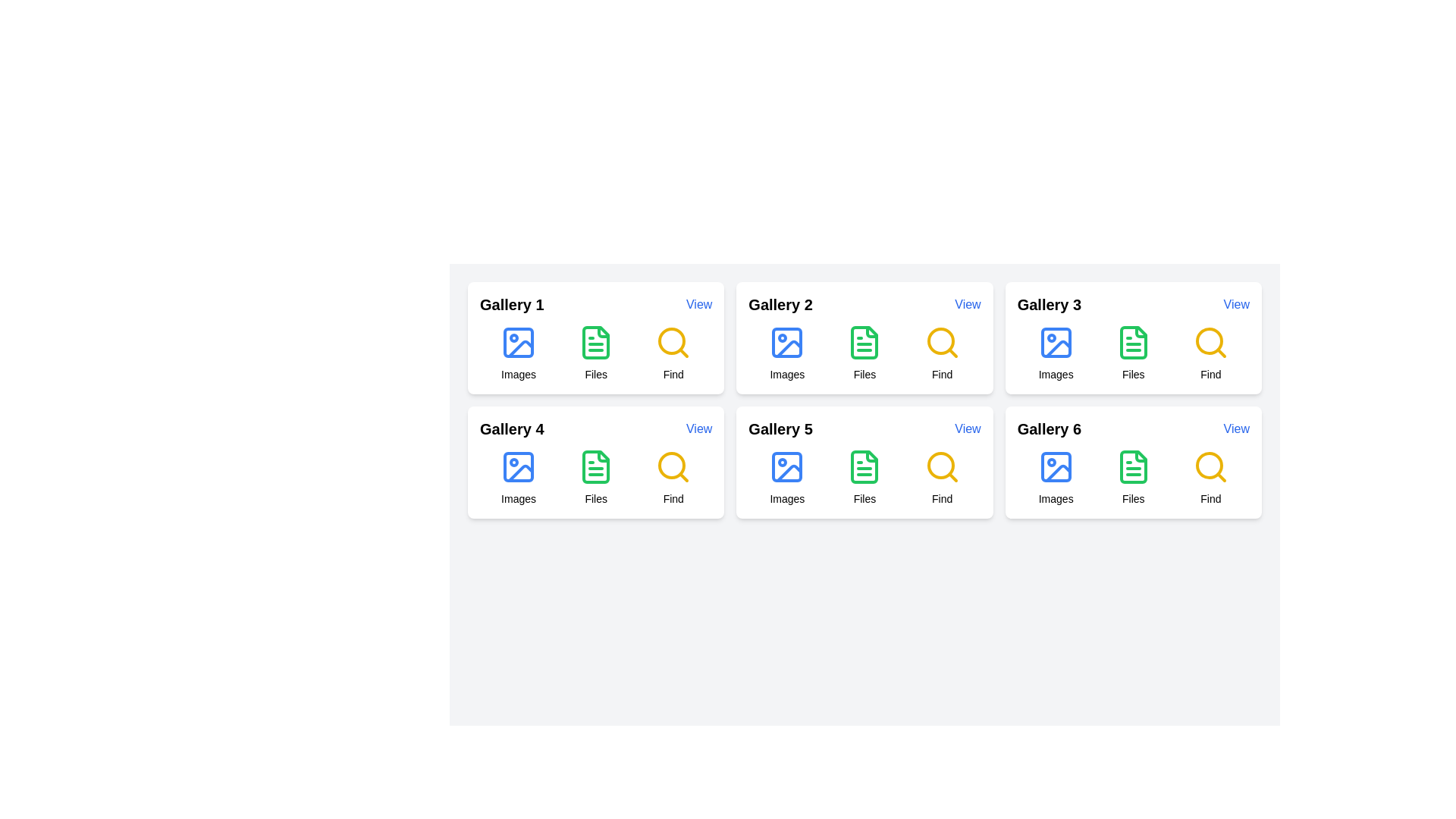 The width and height of the screenshot is (1456, 819). Describe the element at coordinates (967, 304) in the screenshot. I see `the navigational link located at the top-right corner of the 'Gallery 2' card` at that location.